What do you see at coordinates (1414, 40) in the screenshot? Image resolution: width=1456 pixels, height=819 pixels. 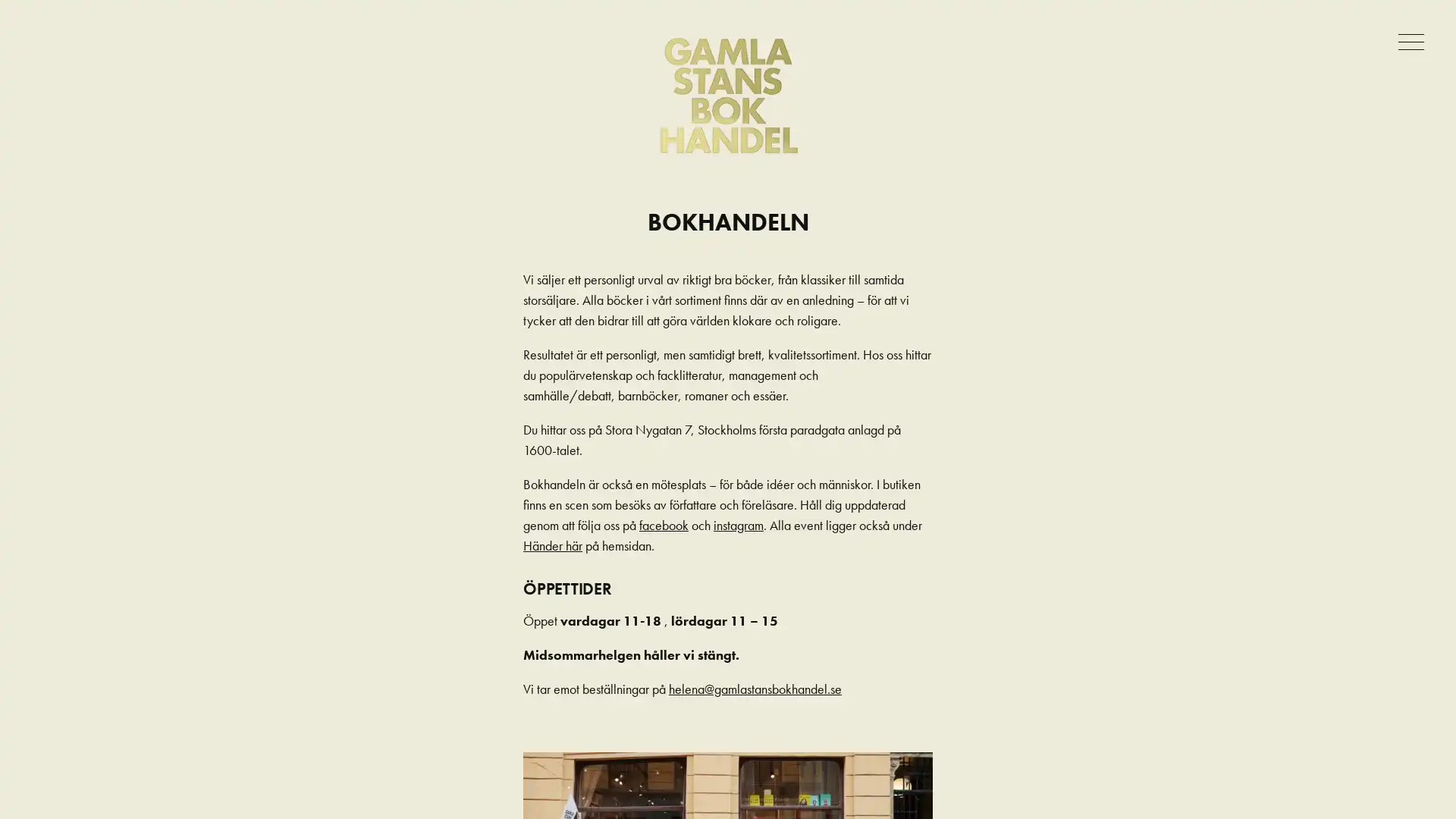 I see `Meny` at bounding box center [1414, 40].